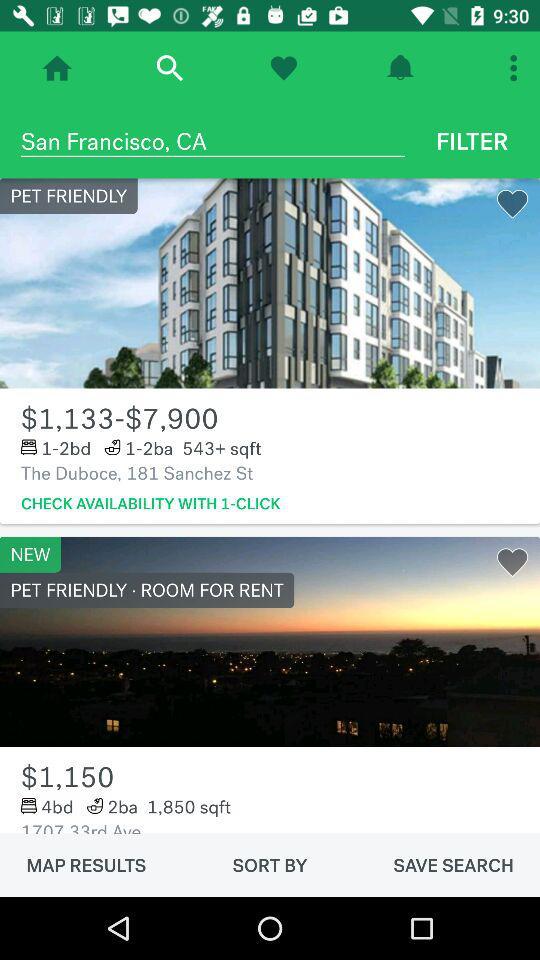 The width and height of the screenshot is (540, 960). What do you see at coordinates (57, 68) in the screenshot?
I see `home screen` at bounding box center [57, 68].